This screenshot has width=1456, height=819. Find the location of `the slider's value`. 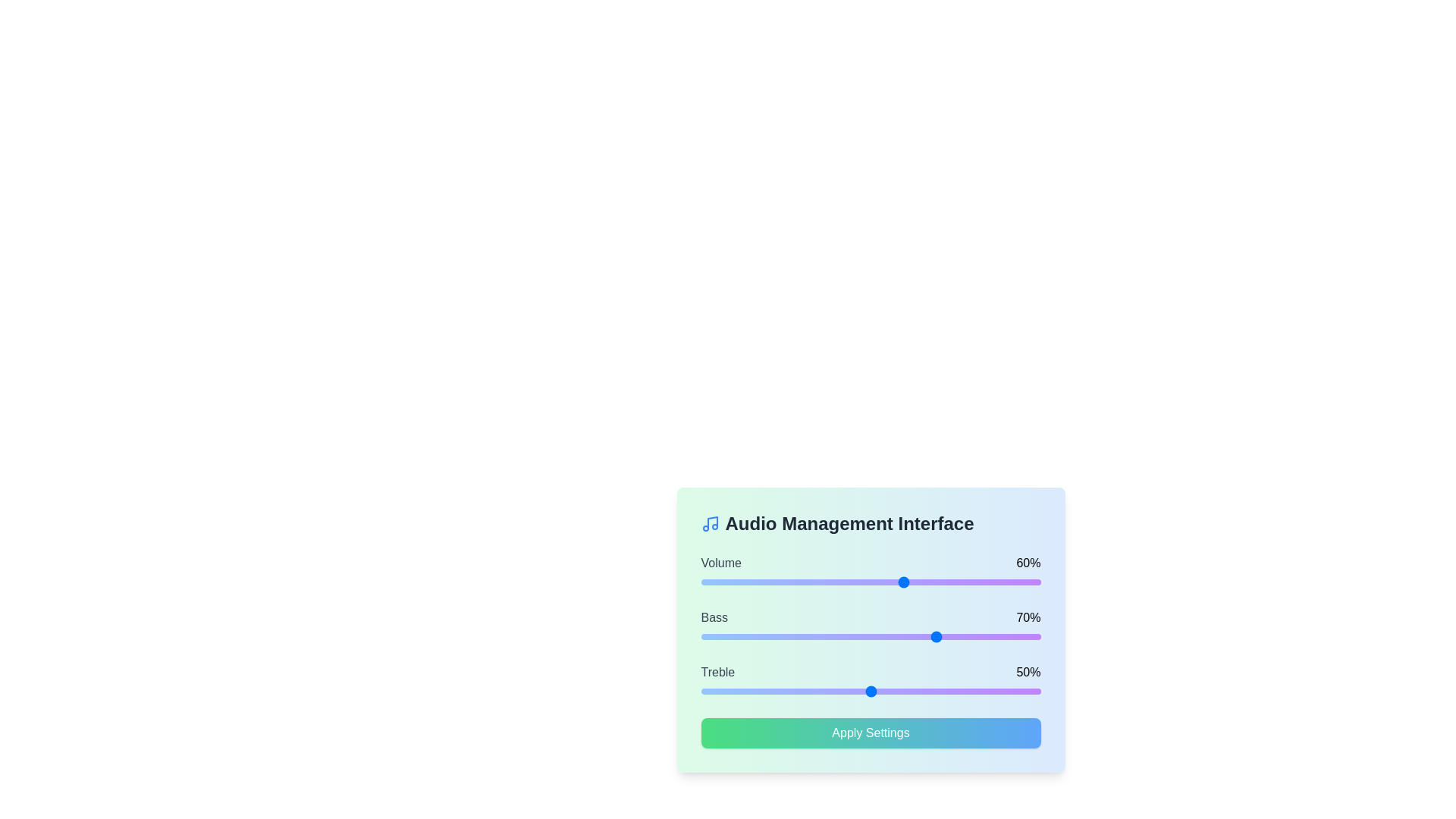

the slider's value is located at coordinates (762, 581).